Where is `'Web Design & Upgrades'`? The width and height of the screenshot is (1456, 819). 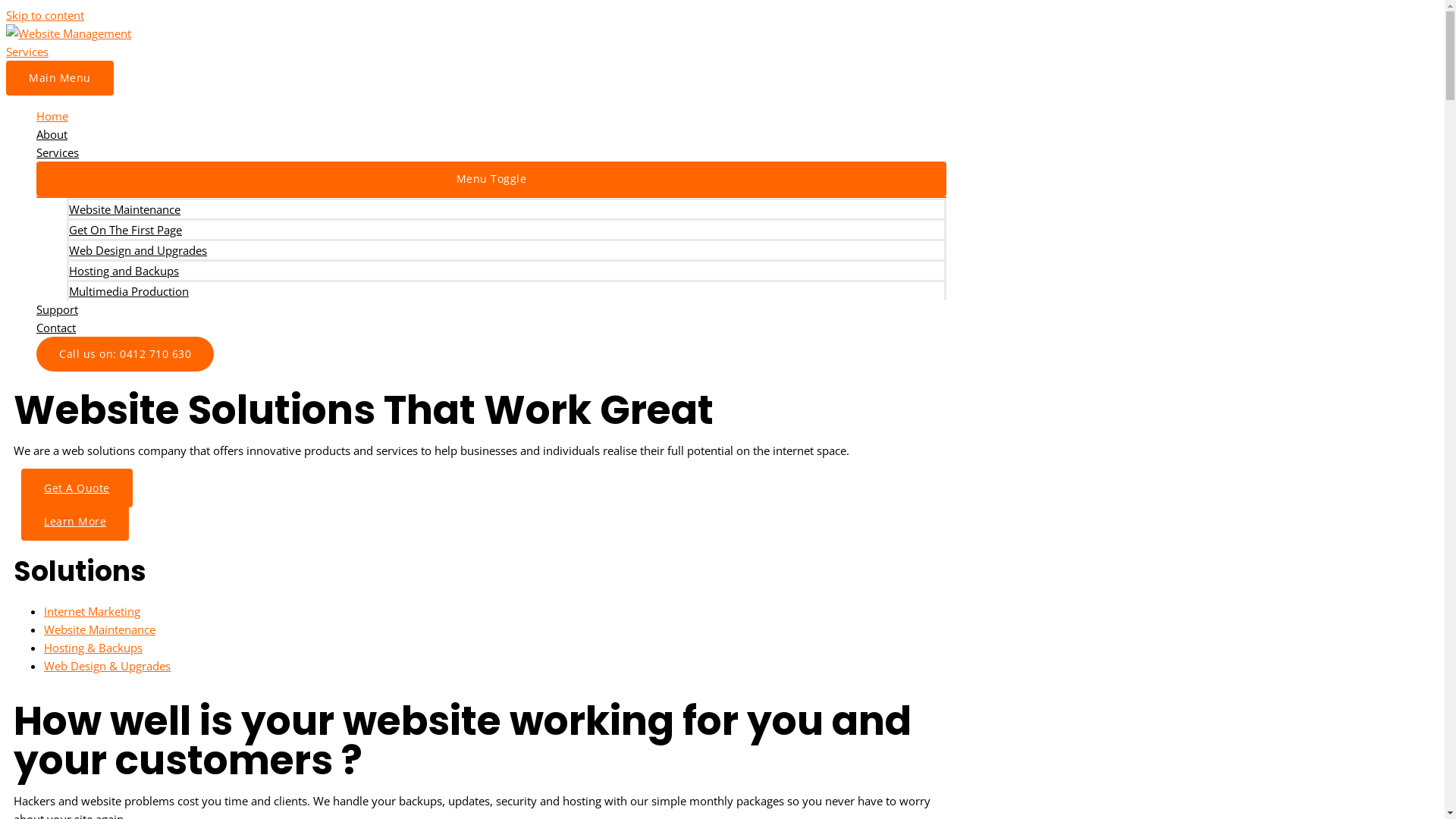
'Web Design & Upgrades' is located at coordinates (106, 665).